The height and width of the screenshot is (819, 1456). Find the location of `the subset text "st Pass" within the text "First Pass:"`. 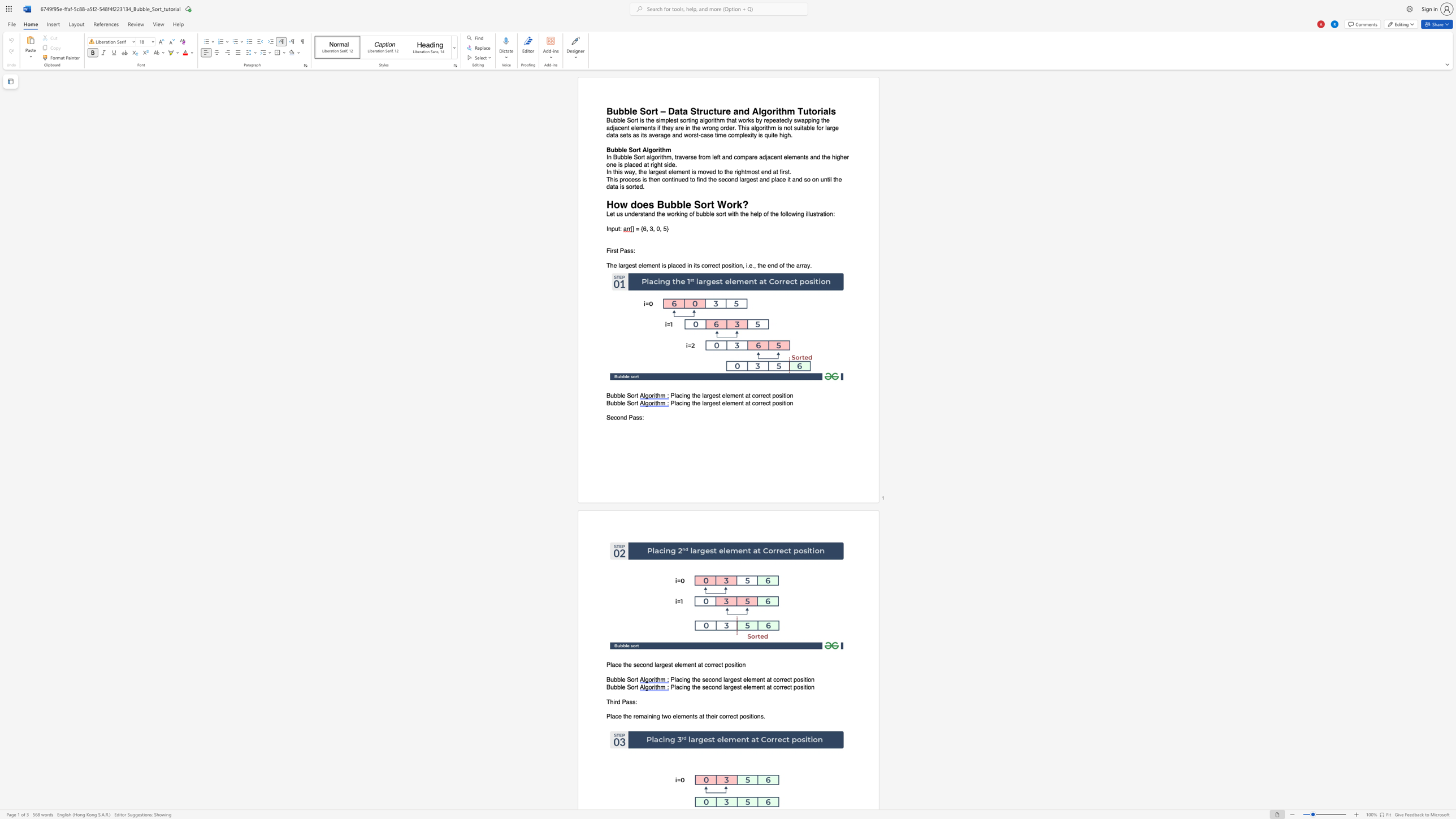

the subset text "st Pass" within the text "First Pass:" is located at coordinates (613, 251).